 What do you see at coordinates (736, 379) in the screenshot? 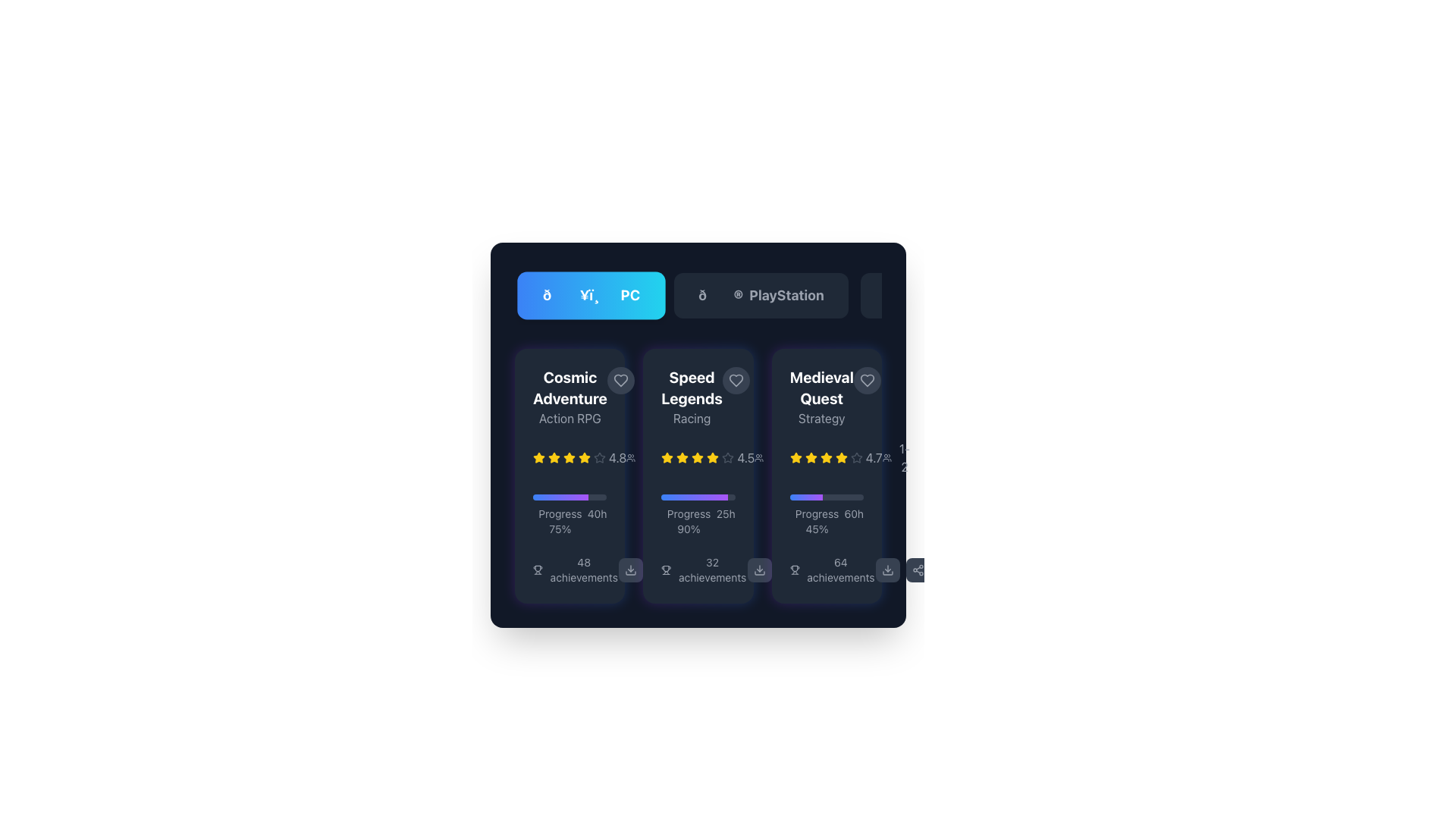
I see `the heart-shaped icon button located in the top-right corner of the second card, adjacent to the 'Speed Legends' title` at bounding box center [736, 379].